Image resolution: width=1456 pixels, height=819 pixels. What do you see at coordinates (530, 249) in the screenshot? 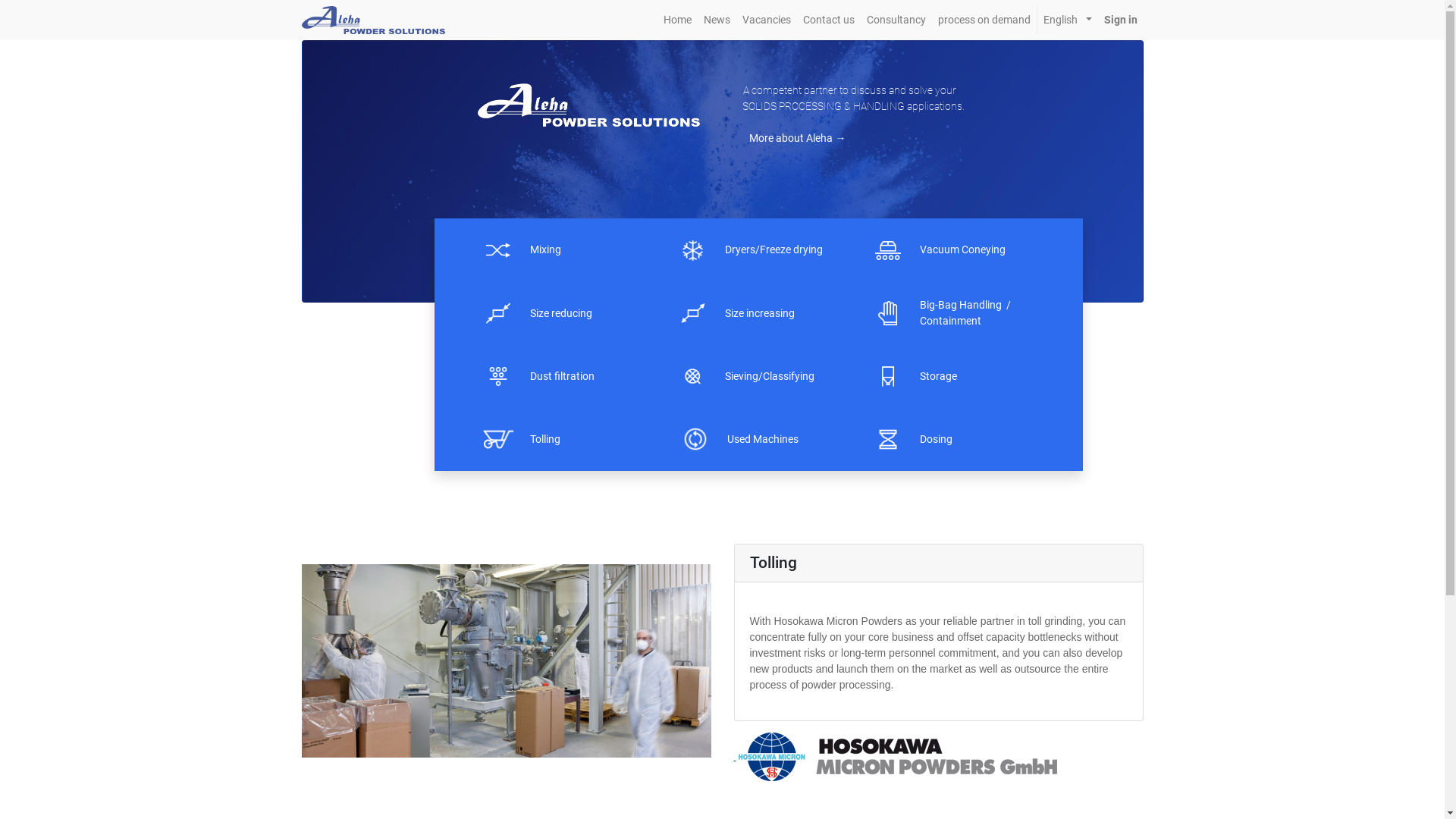
I see `'Mixing'` at bounding box center [530, 249].